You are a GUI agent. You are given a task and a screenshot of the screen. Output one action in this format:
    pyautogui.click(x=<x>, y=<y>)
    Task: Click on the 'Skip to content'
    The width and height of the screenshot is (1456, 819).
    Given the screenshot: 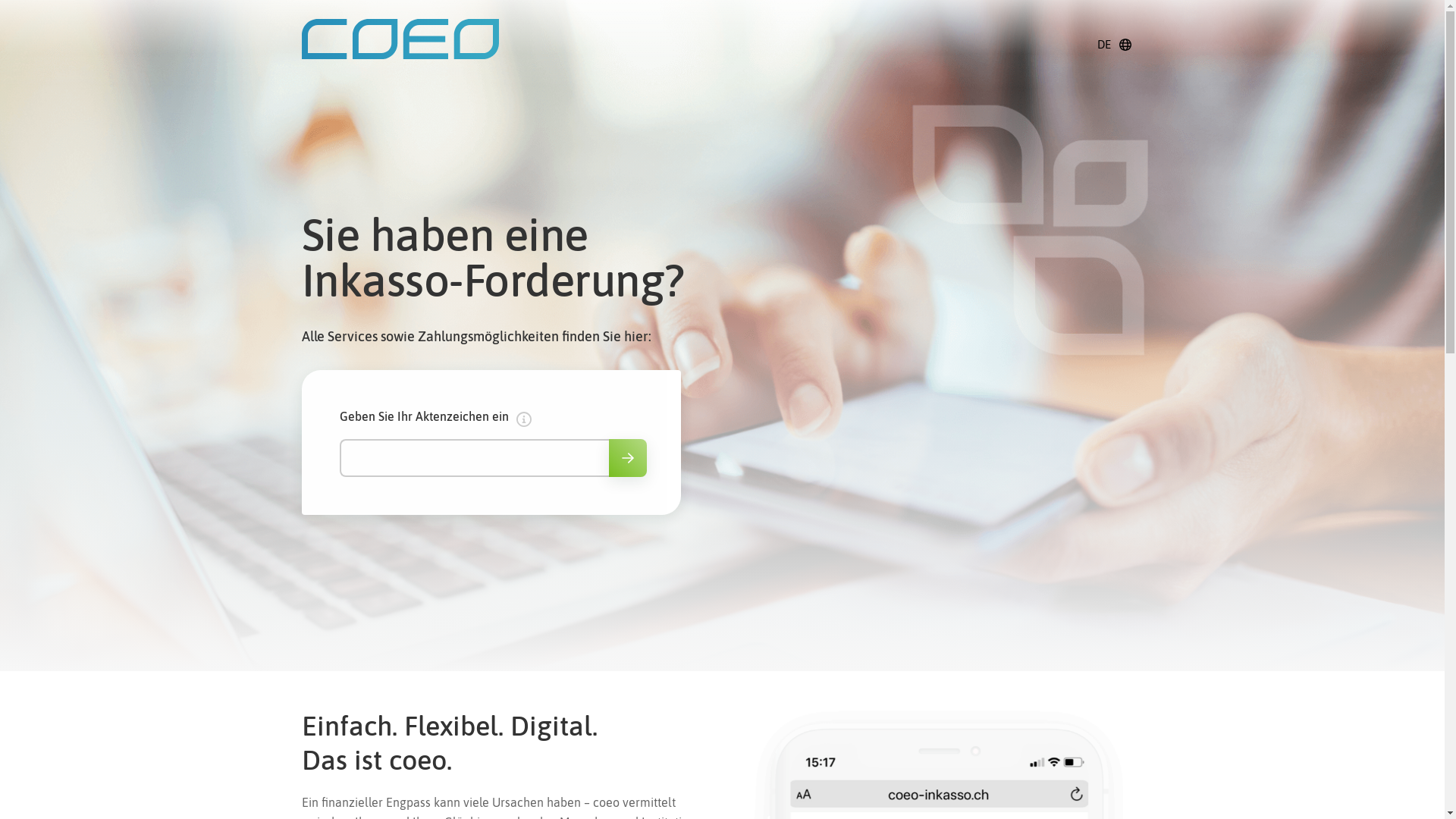 What is the action you would take?
    pyautogui.click(x=18, y=18)
    